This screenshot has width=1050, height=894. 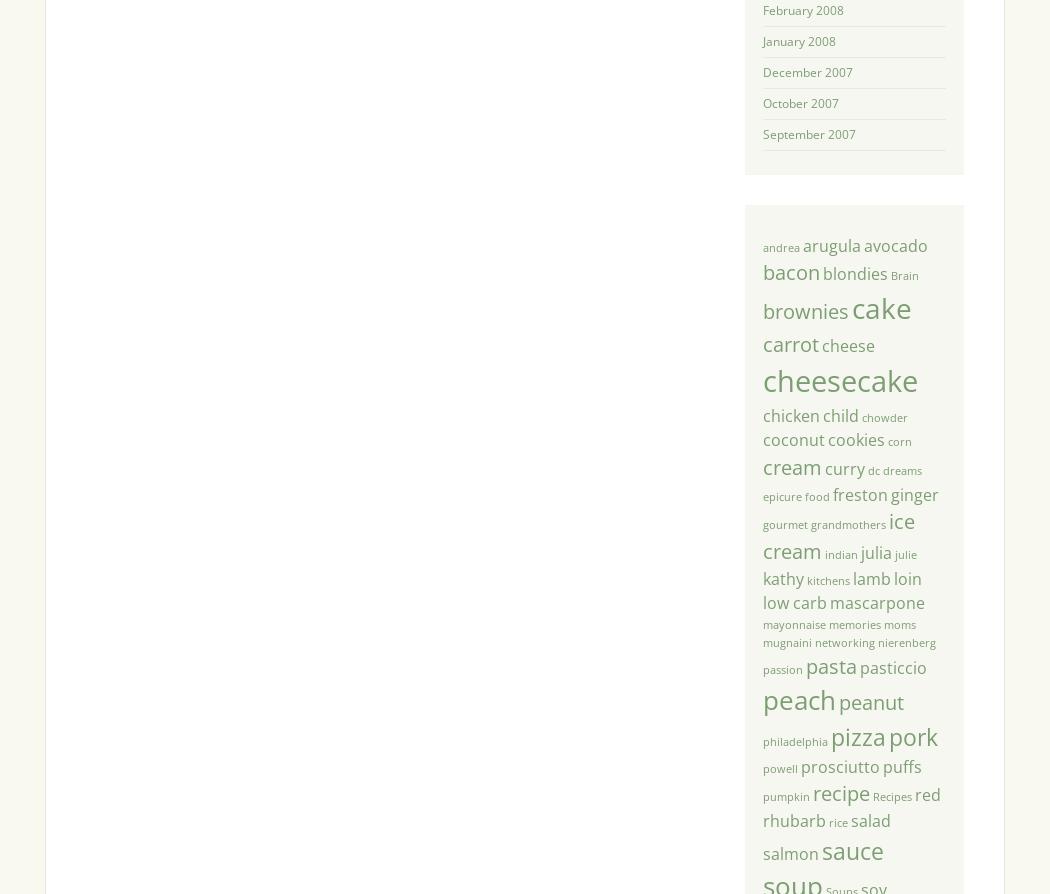 What do you see at coordinates (855, 439) in the screenshot?
I see `'cookies'` at bounding box center [855, 439].